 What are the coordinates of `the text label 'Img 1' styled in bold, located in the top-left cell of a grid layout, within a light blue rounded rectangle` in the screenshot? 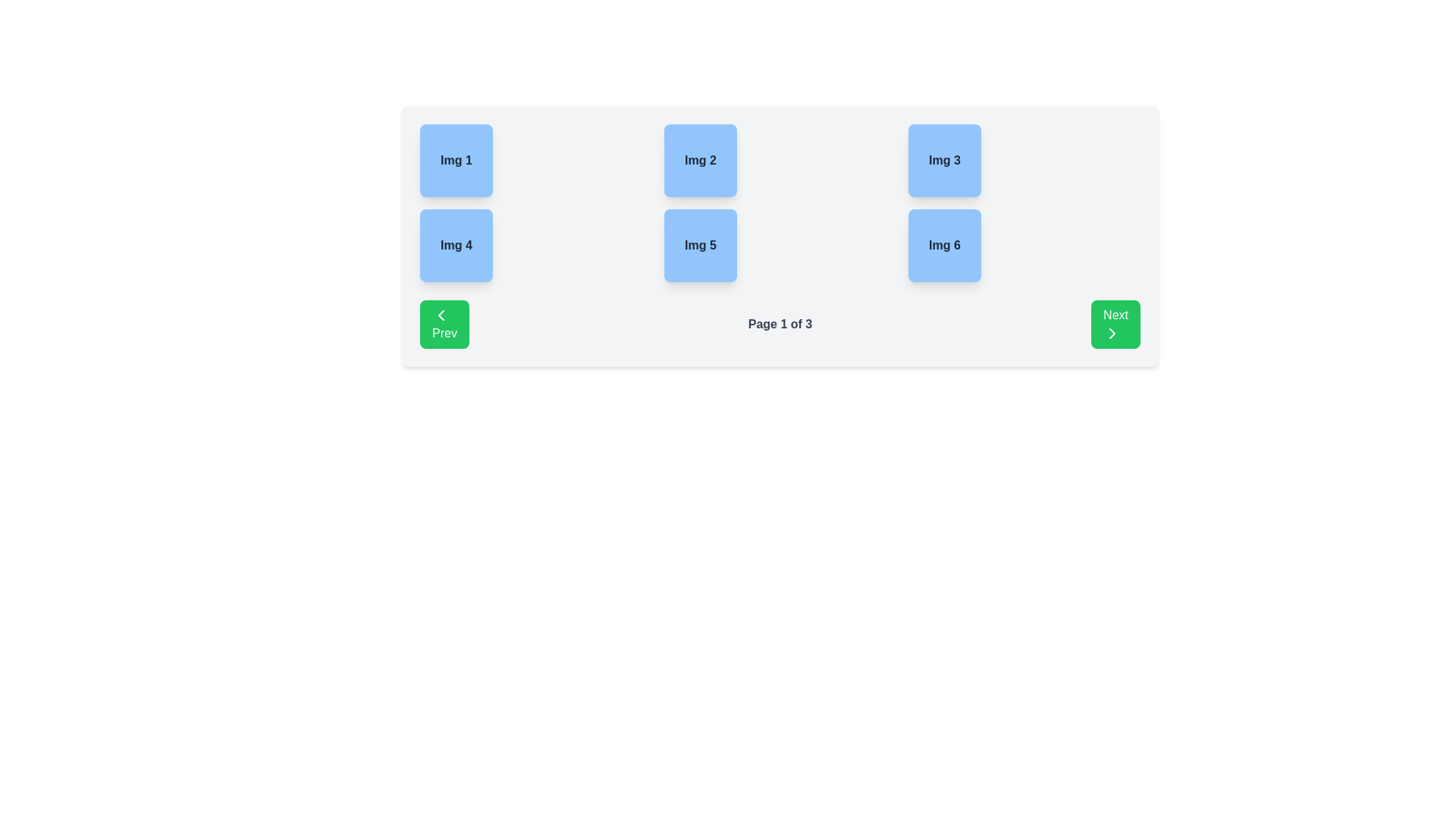 It's located at (455, 161).